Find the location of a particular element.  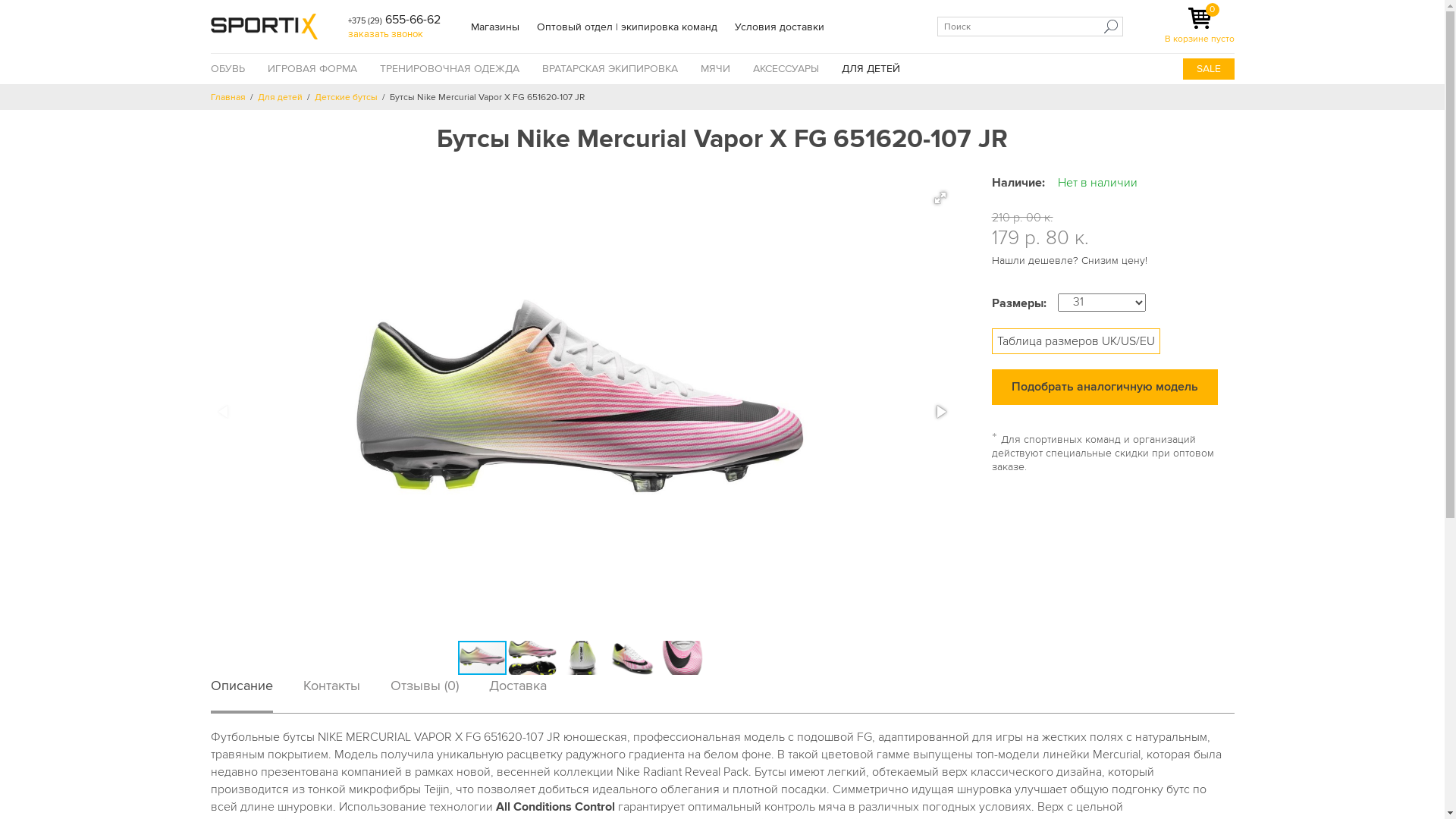

'Nike Mercurial Vapor X FG 651620-107 JR.jpg' is located at coordinates (532, 657).